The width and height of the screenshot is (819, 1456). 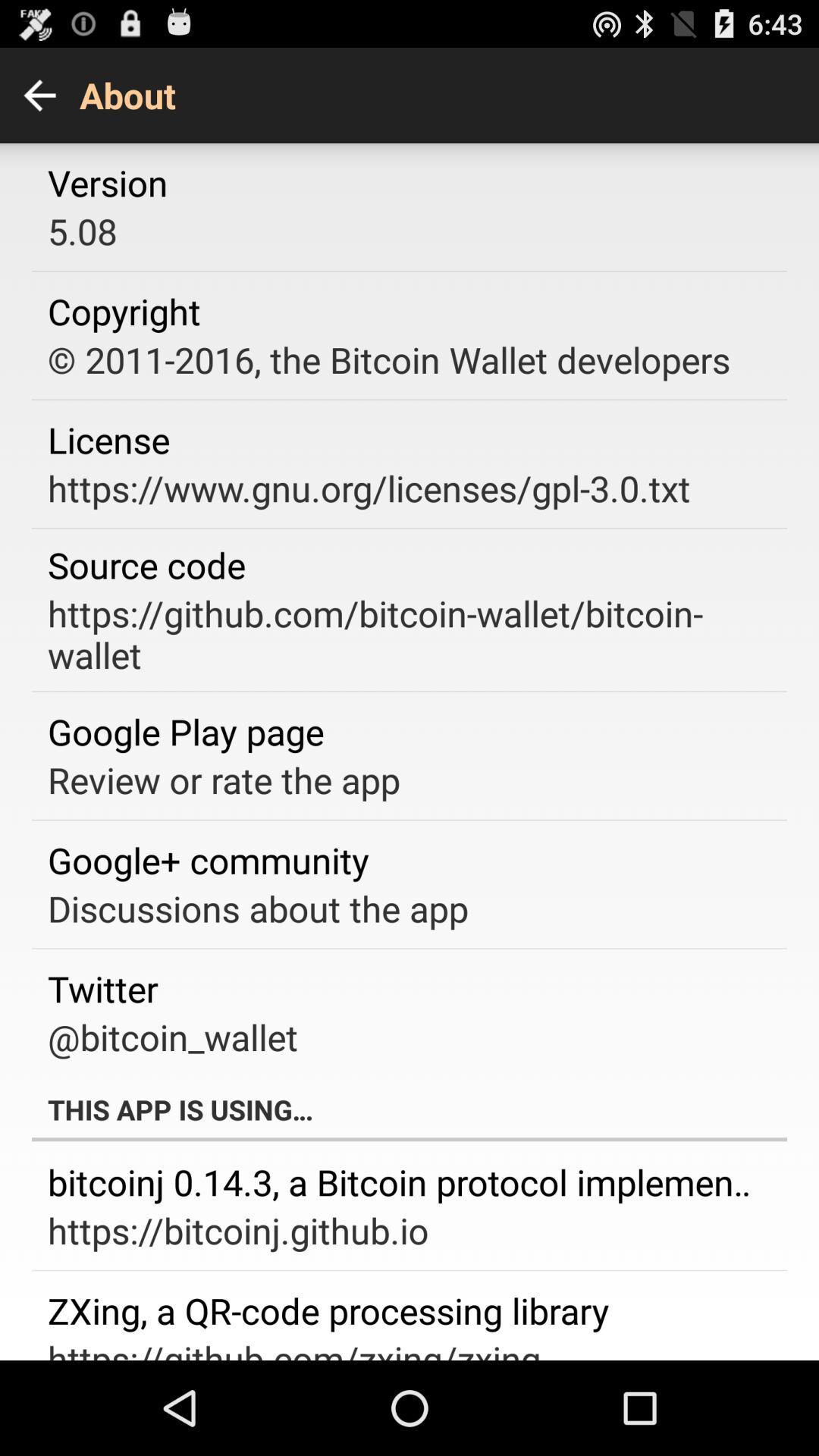 What do you see at coordinates (146, 564) in the screenshot?
I see `the app below the https www gnu` at bounding box center [146, 564].